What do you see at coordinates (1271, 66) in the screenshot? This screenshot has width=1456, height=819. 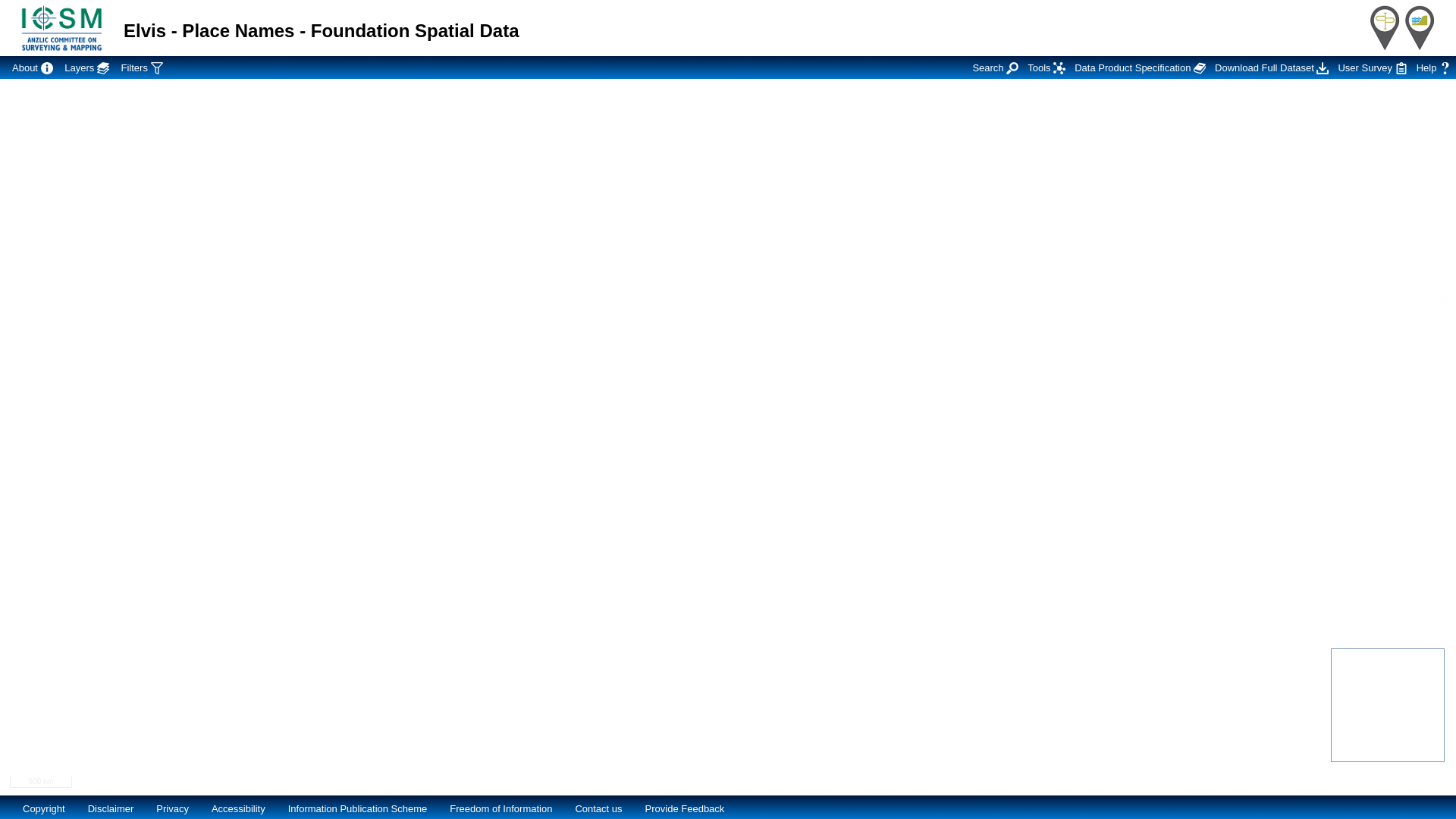 I see `'Download Full Dataset'` at bounding box center [1271, 66].